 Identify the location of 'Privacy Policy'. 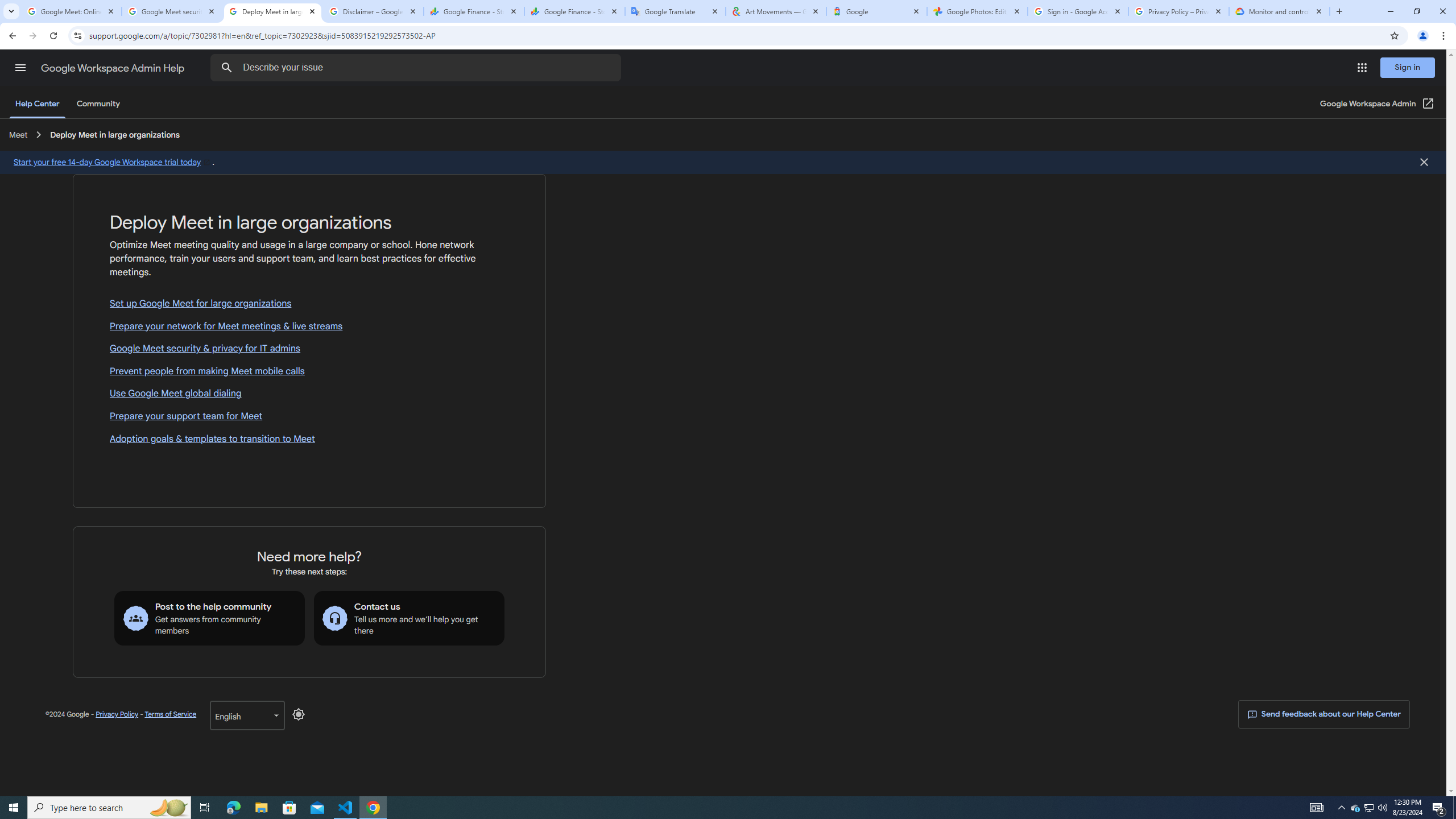
(117, 714).